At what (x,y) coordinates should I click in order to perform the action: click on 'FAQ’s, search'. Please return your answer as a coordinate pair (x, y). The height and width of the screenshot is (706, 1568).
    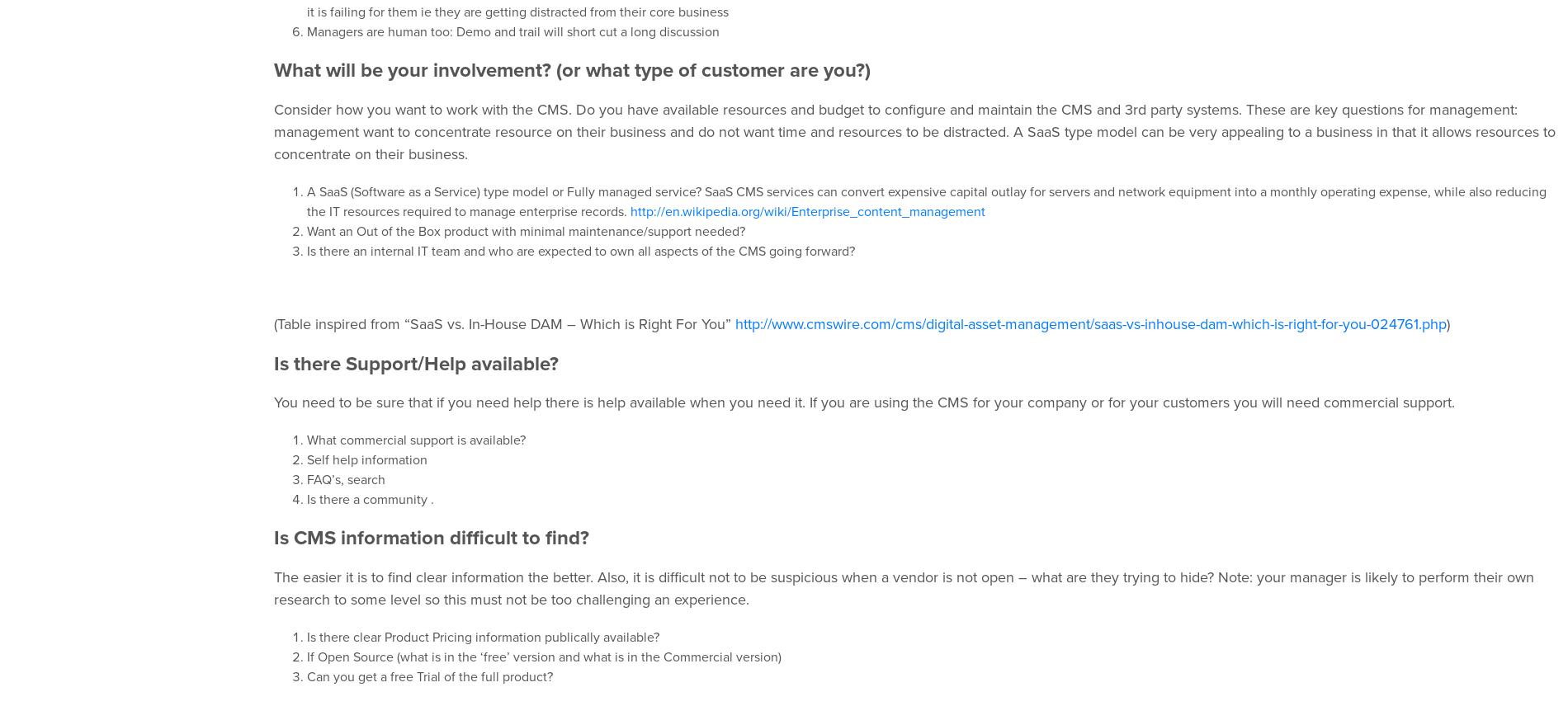
    Looking at the image, I should click on (305, 479).